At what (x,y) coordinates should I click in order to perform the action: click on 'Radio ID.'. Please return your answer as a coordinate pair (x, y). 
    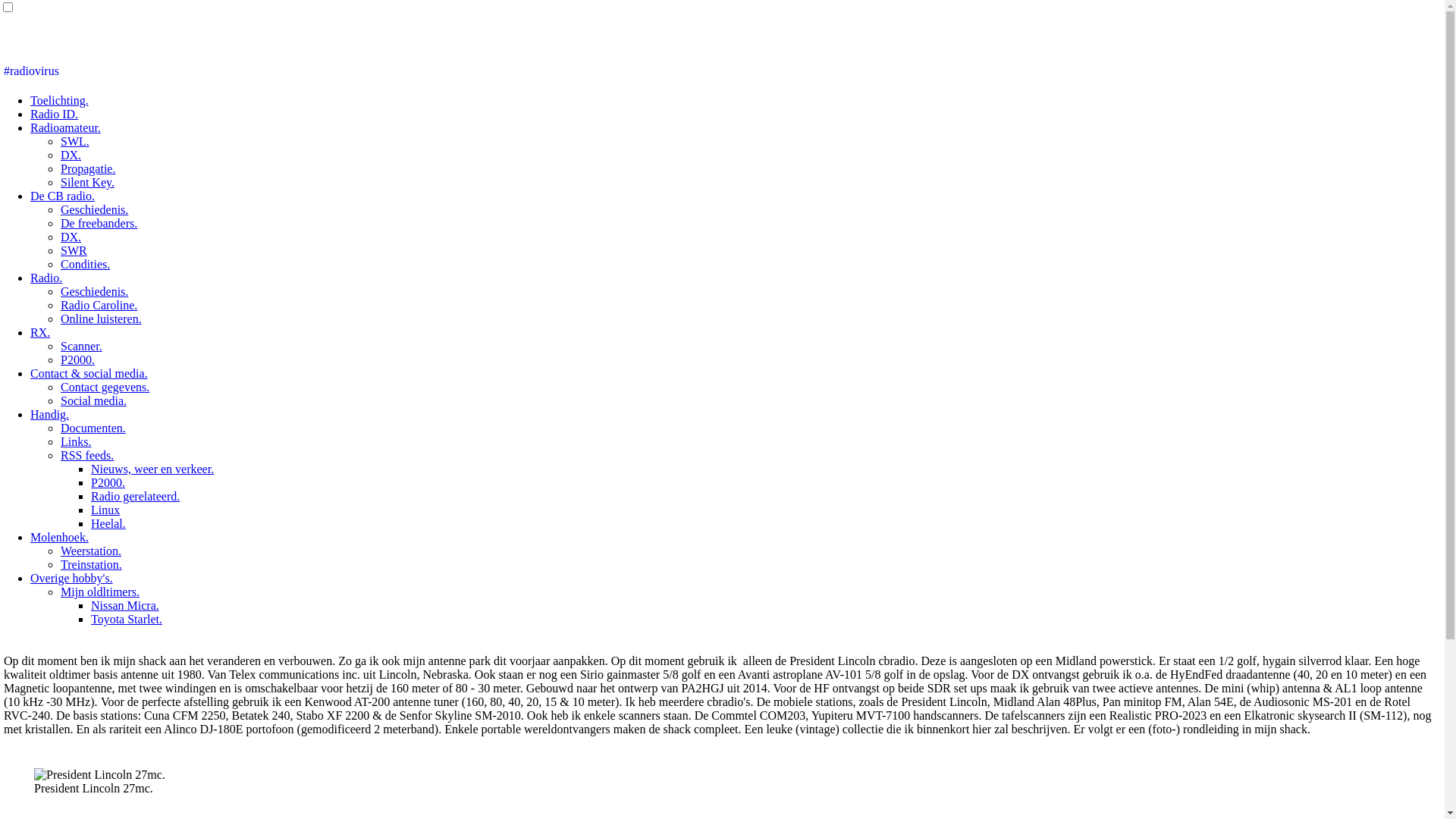
    Looking at the image, I should click on (54, 113).